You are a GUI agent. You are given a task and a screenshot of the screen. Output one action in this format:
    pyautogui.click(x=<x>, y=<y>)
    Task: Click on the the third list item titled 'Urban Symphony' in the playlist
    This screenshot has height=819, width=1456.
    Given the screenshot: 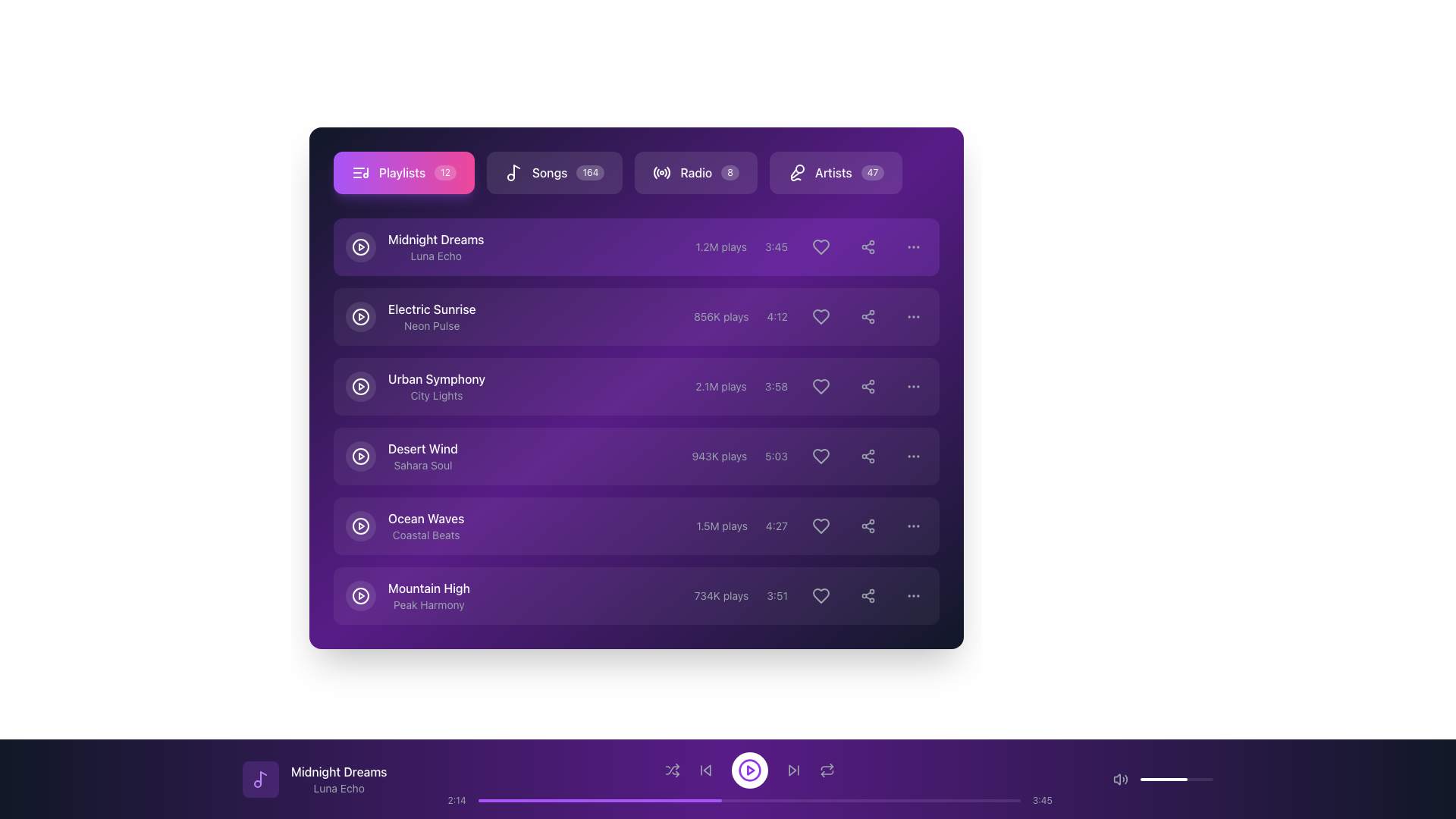 What is the action you would take?
    pyautogui.click(x=636, y=385)
    